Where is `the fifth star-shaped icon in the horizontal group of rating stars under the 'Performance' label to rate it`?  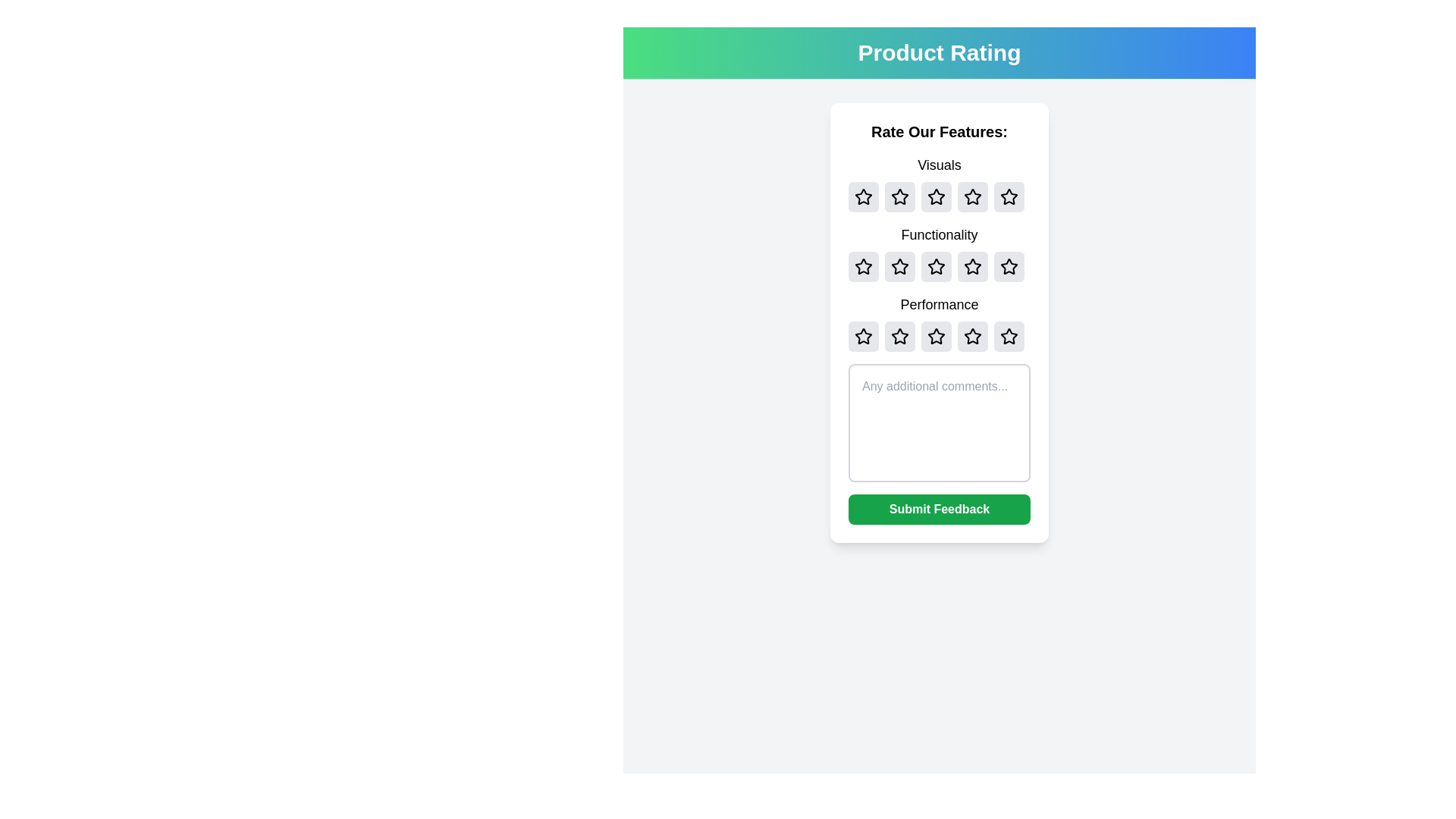
the fifth star-shaped icon in the horizontal group of rating stars under the 'Performance' label to rate it is located at coordinates (1009, 335).